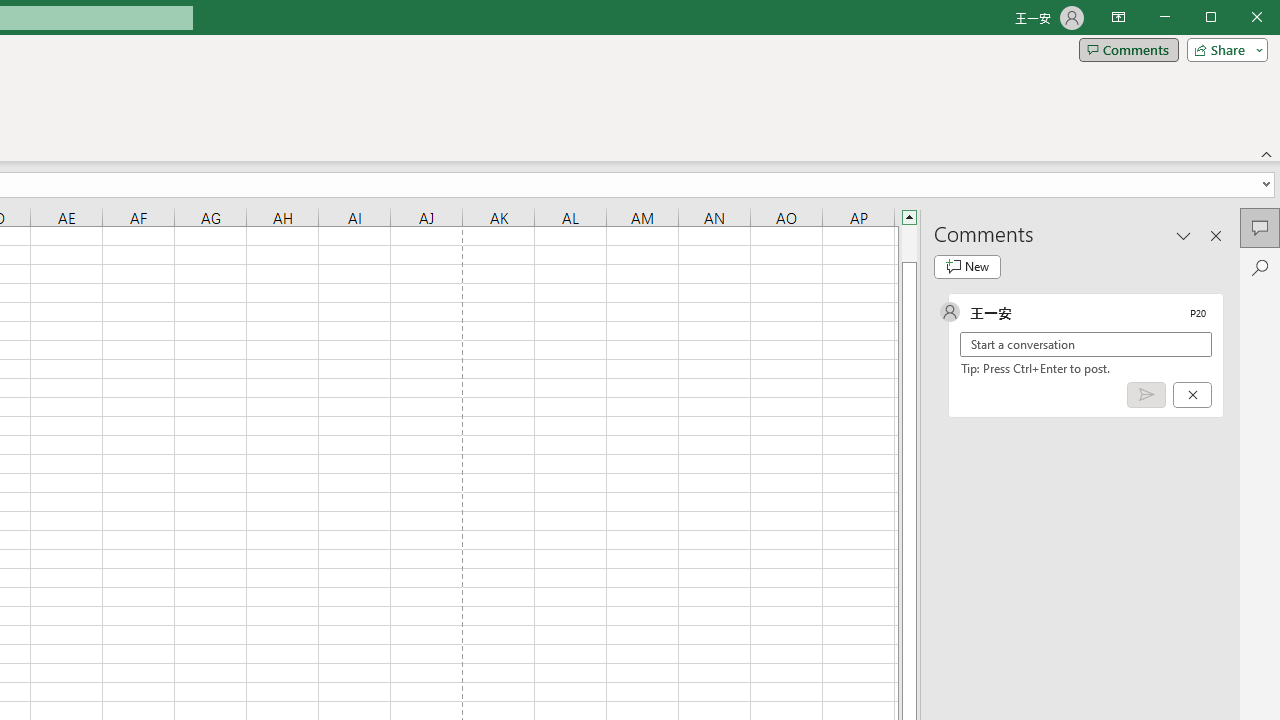 The width and height of the screenshot is (1280, 720). Describe the element at coordinates (1192, 395) in the screenshot. I see `'Cancel'` at that location.